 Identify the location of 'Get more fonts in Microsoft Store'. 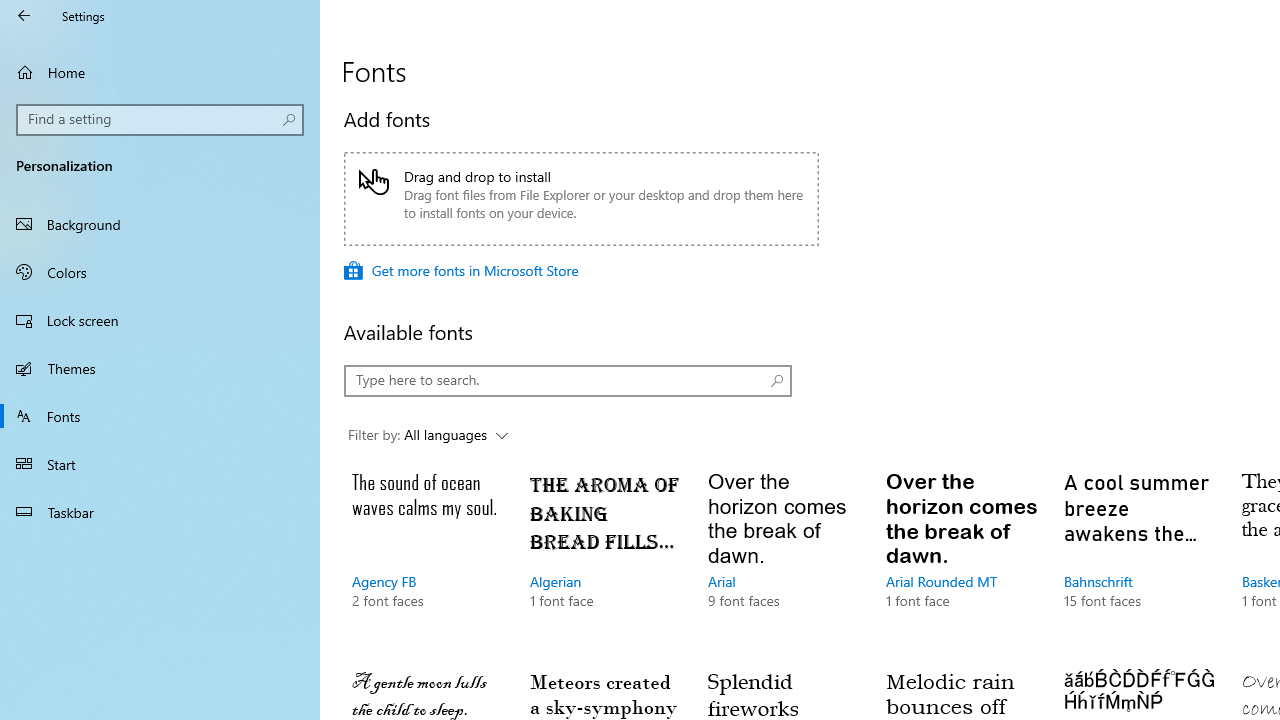
(460, 270).